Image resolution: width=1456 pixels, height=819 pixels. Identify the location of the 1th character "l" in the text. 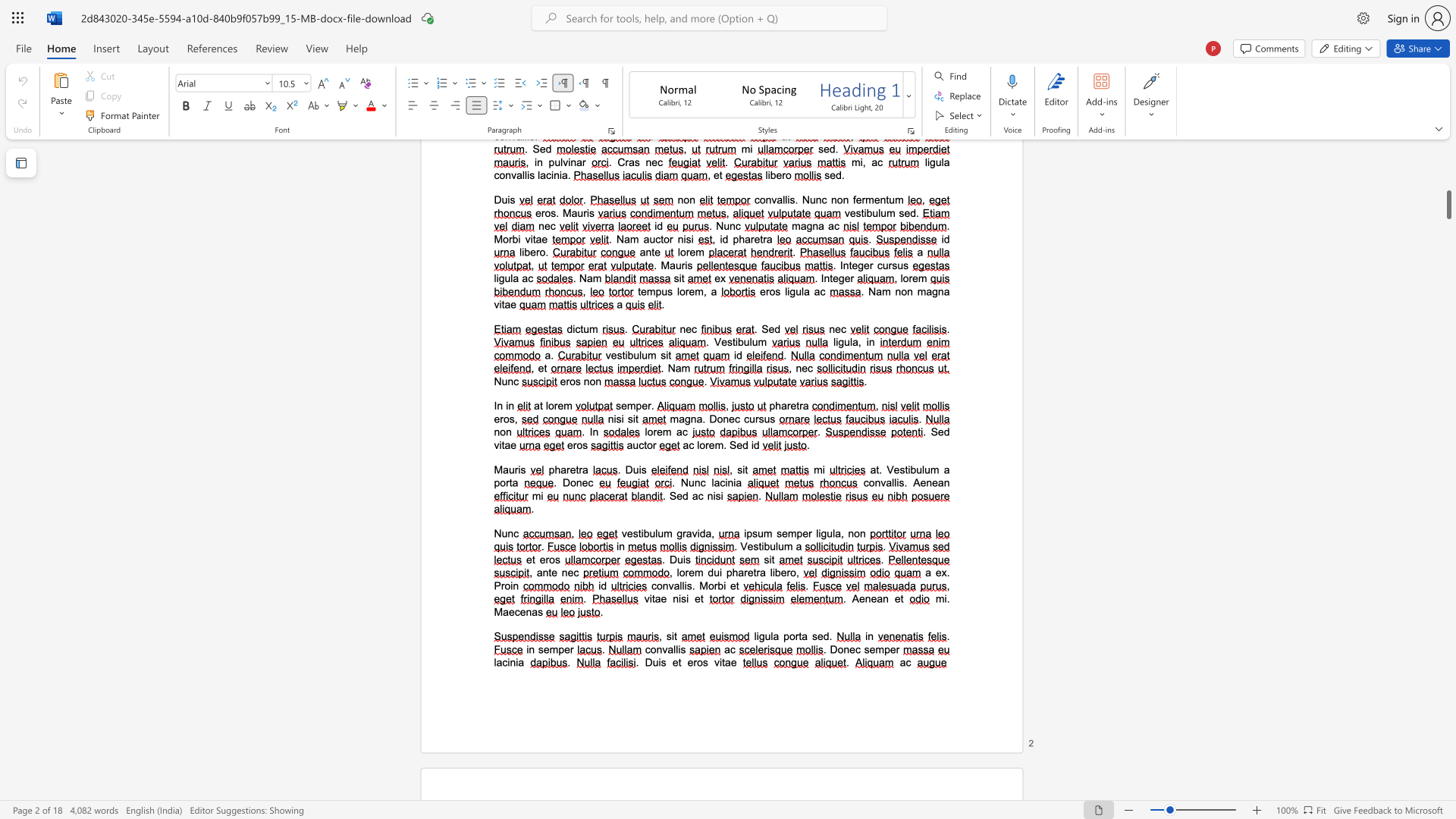
(816, 532).